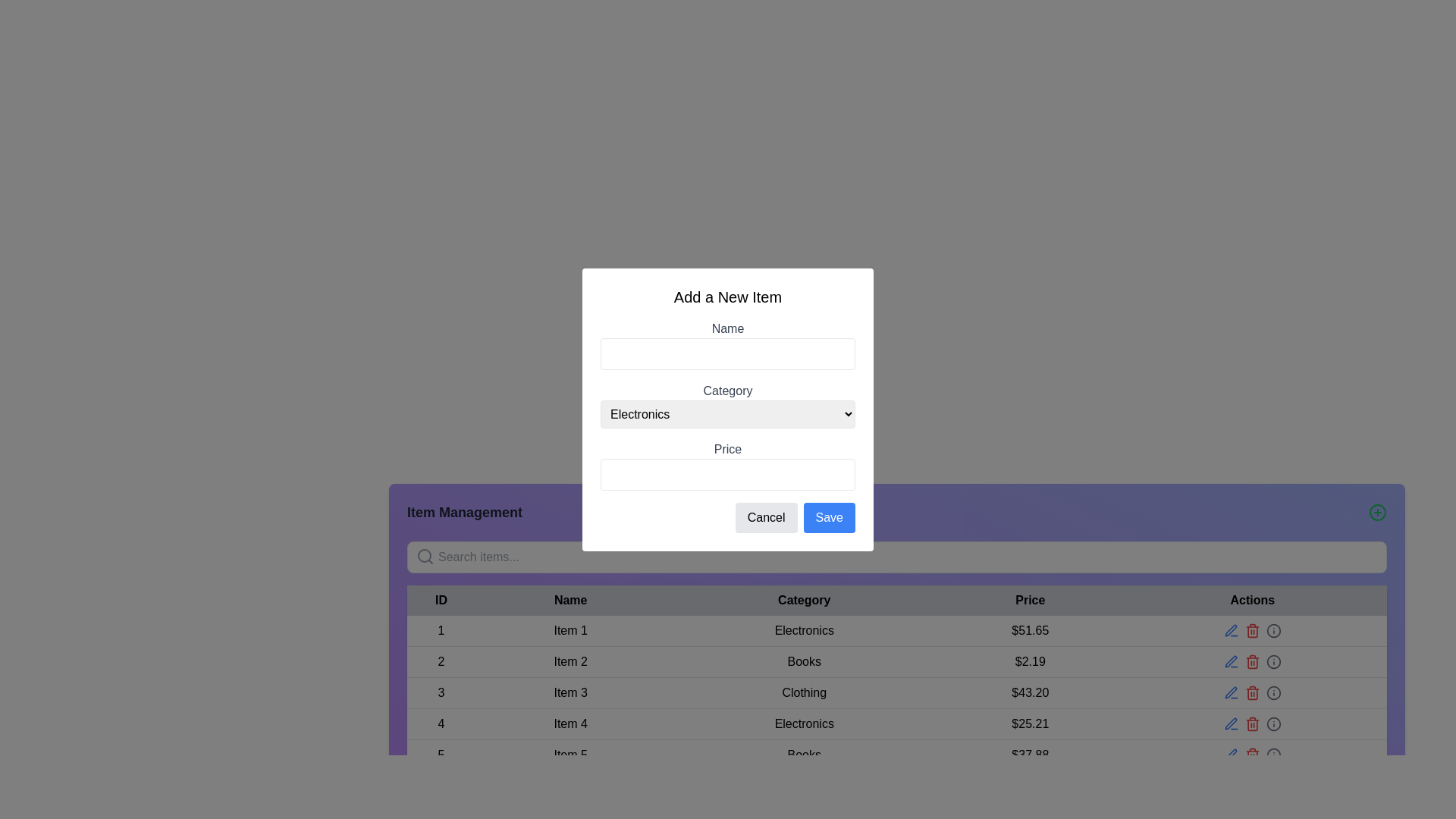 This screenshot has height=819, width=1456. I want to click on the text label reading 'Category', which is styled in gray and positioned above the 'Electronics' dropdown menu in the center of the form overlay, so click(728, 390).